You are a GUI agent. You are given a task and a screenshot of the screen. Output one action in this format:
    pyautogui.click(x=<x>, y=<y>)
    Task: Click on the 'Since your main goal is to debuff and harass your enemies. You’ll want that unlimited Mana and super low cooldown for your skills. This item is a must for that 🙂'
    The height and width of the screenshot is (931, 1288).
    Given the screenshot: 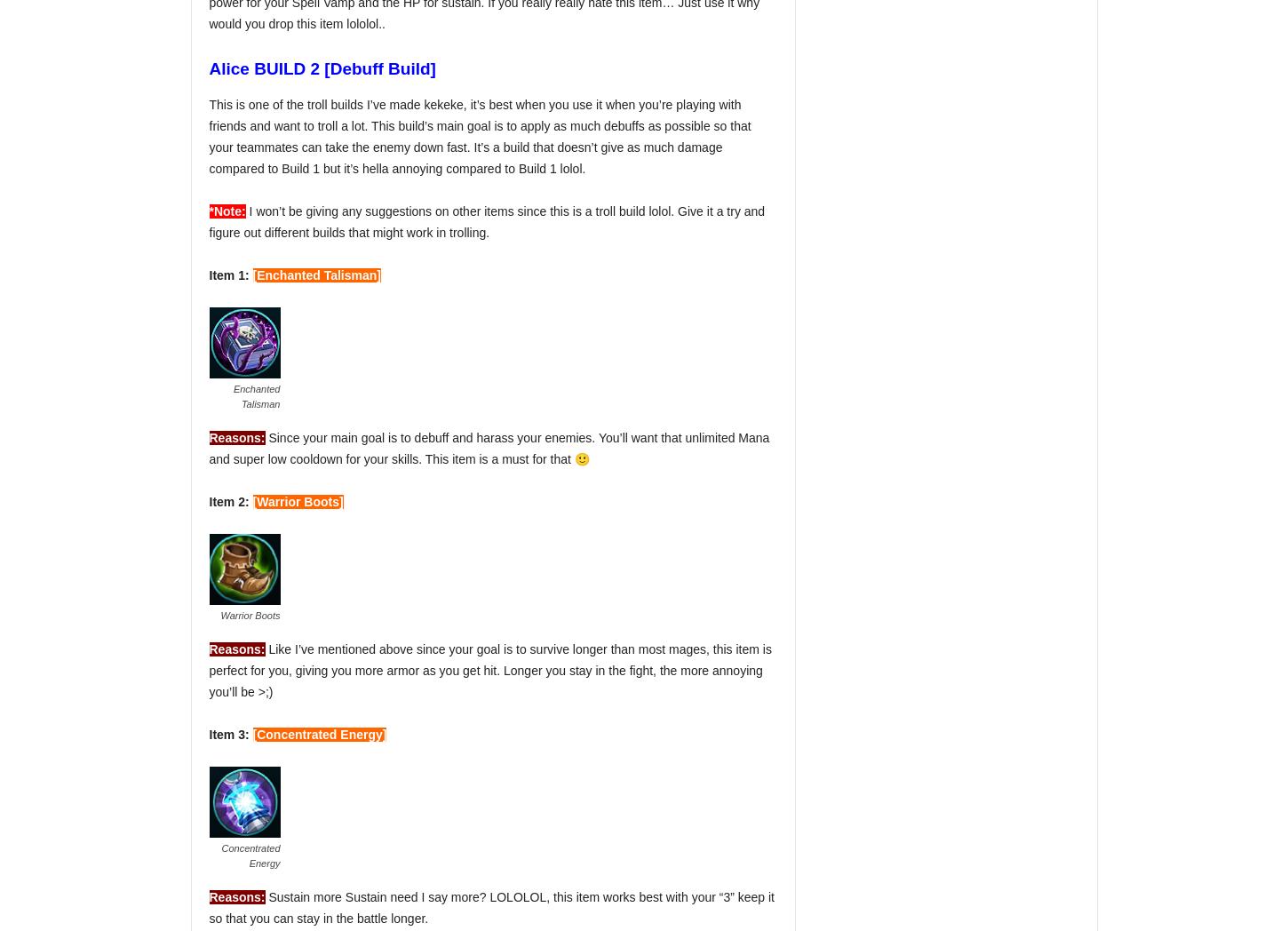 What is the action you would take?
    pyautogui.click(x=489, y=449)
    